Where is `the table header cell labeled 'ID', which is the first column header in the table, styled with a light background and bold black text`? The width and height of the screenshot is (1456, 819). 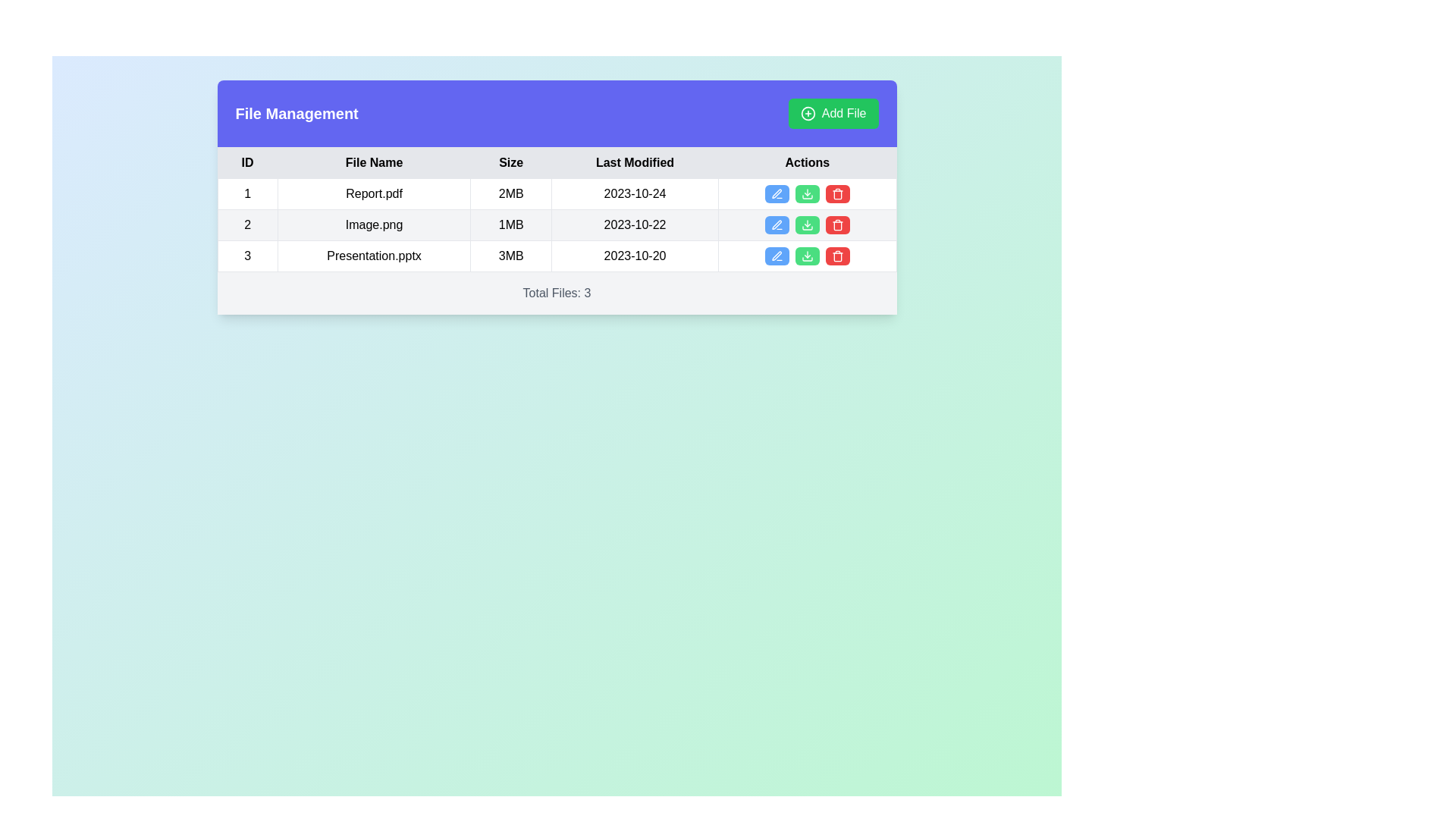
the table header cell labeled 'ID', which is the first column header in the table, styled with a light background and bold black text is located at coordinates (247, 163).